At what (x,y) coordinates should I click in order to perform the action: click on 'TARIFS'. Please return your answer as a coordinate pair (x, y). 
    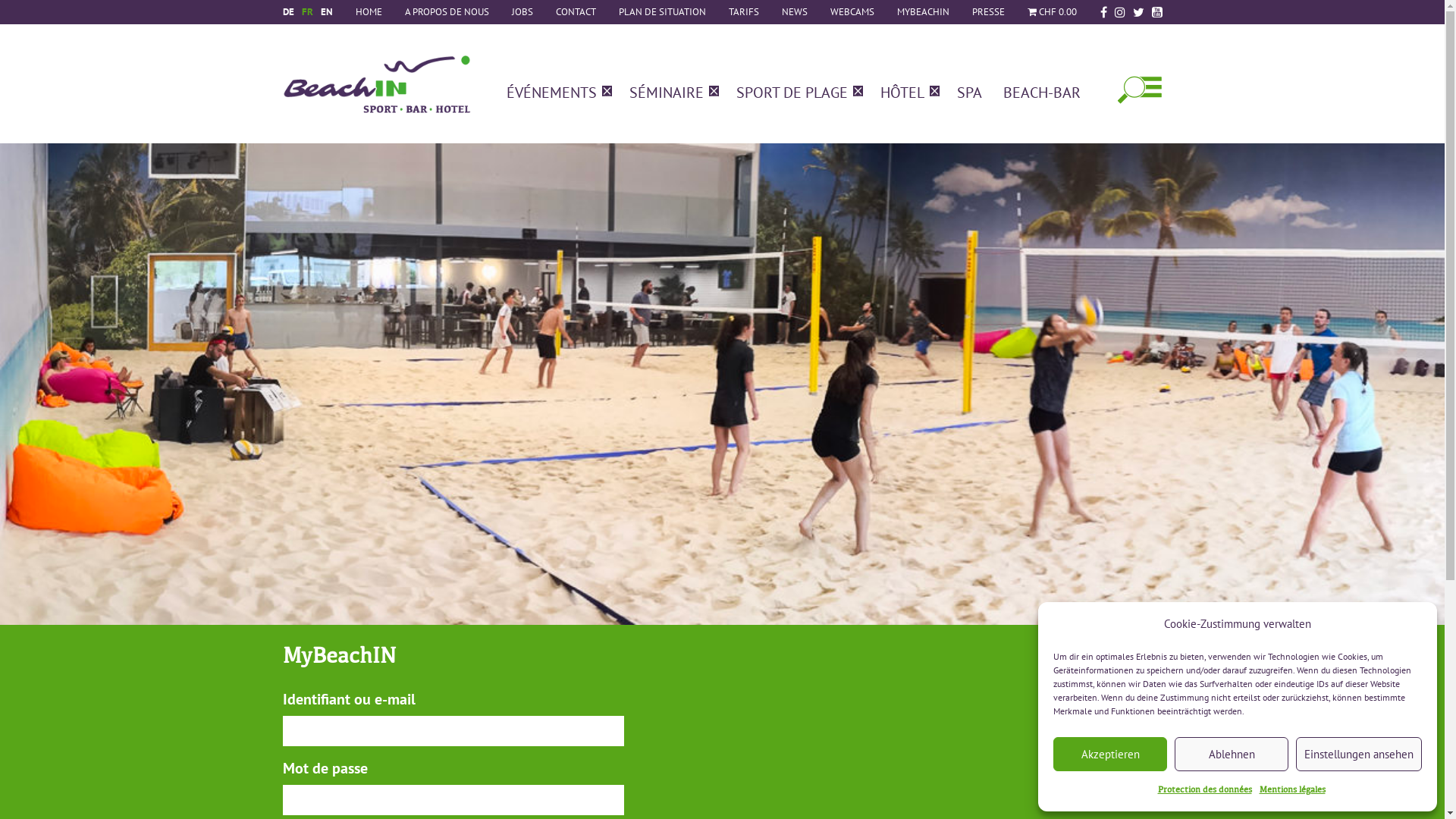
    Looking at the image, I should click on (743, 11).